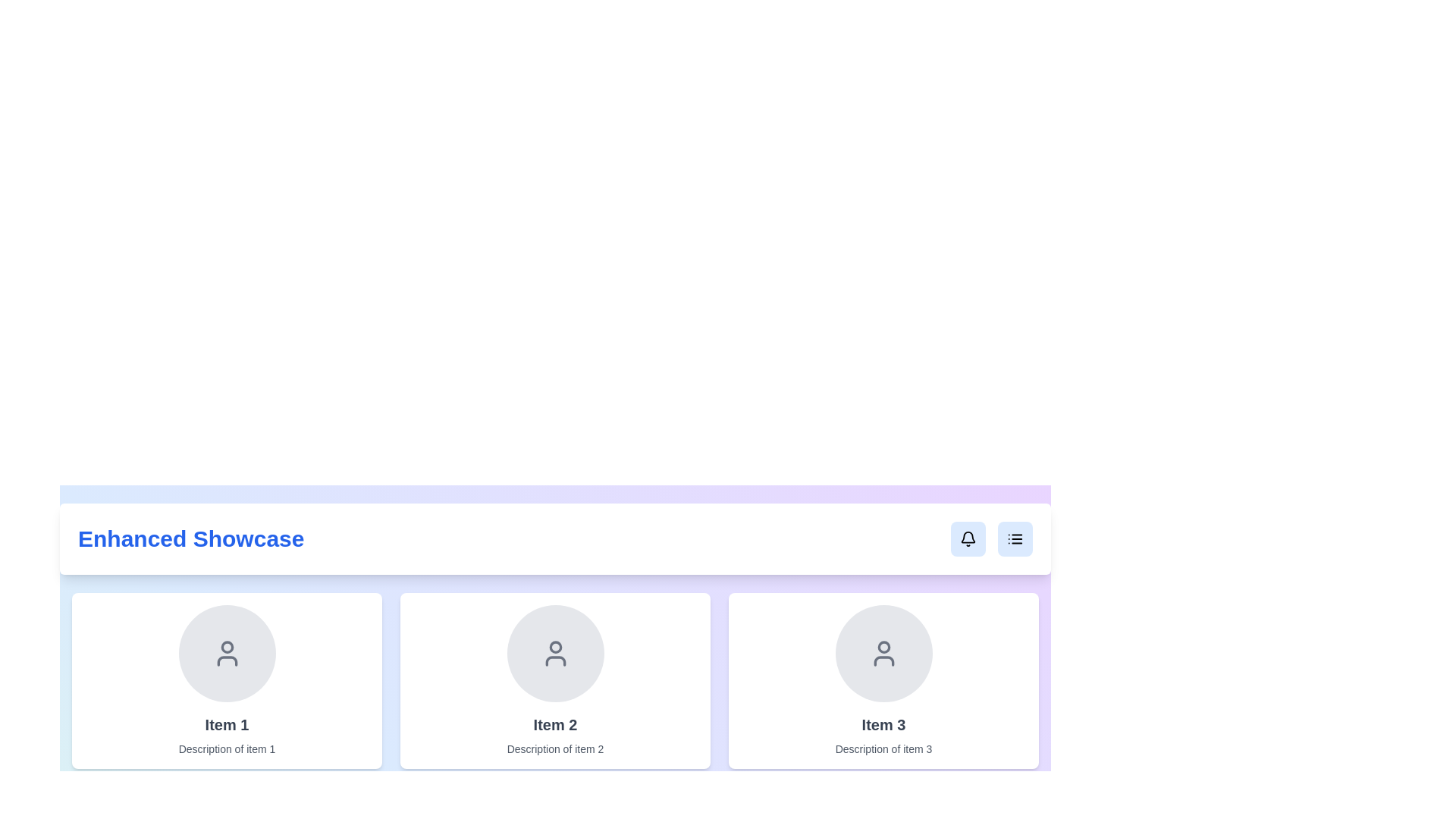  I want to click on the text label providing supplementary information for 'Item 2', located at the bottom of the central card, so click(554, 748).